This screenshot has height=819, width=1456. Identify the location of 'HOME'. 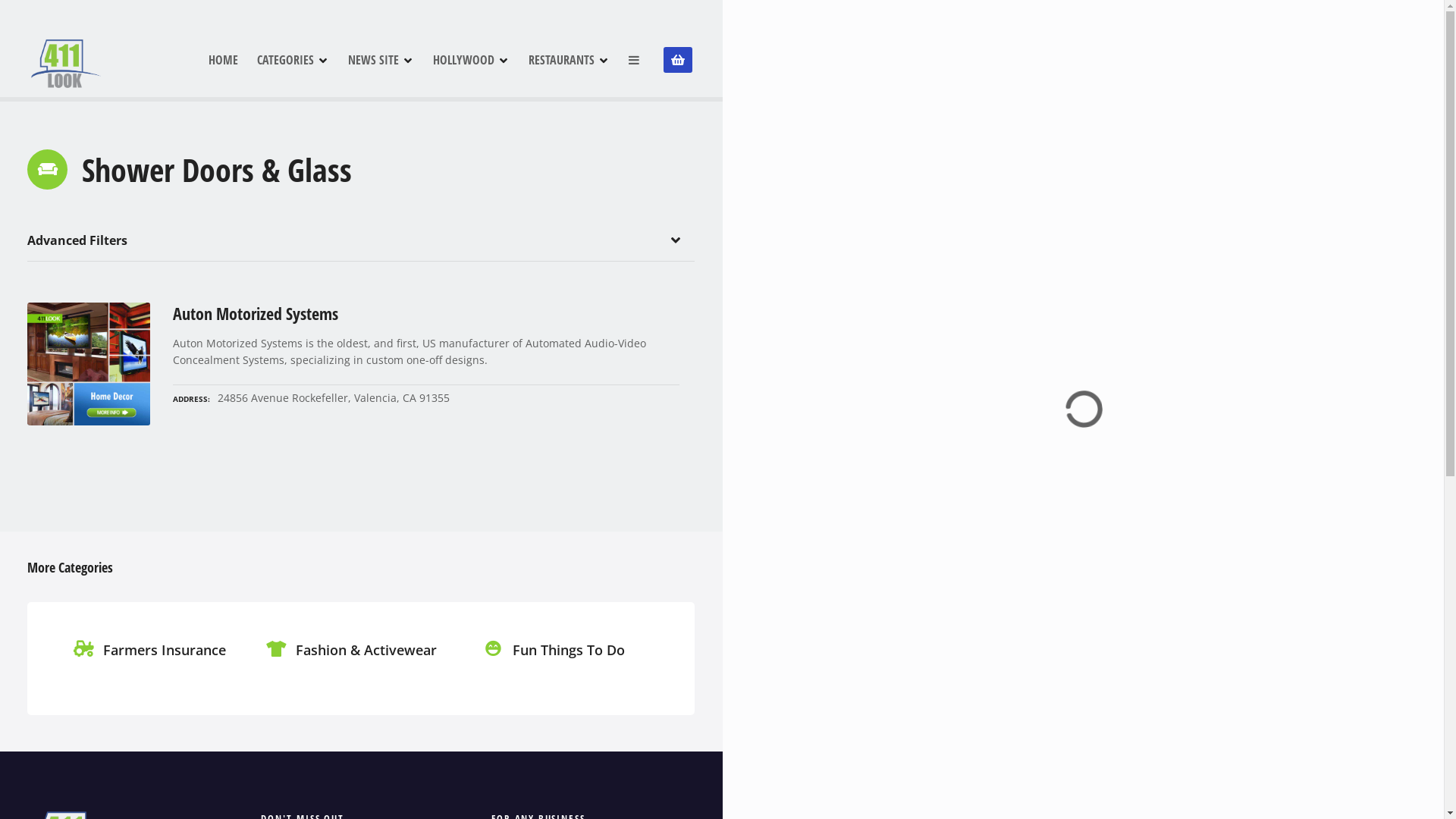
(221, 58).